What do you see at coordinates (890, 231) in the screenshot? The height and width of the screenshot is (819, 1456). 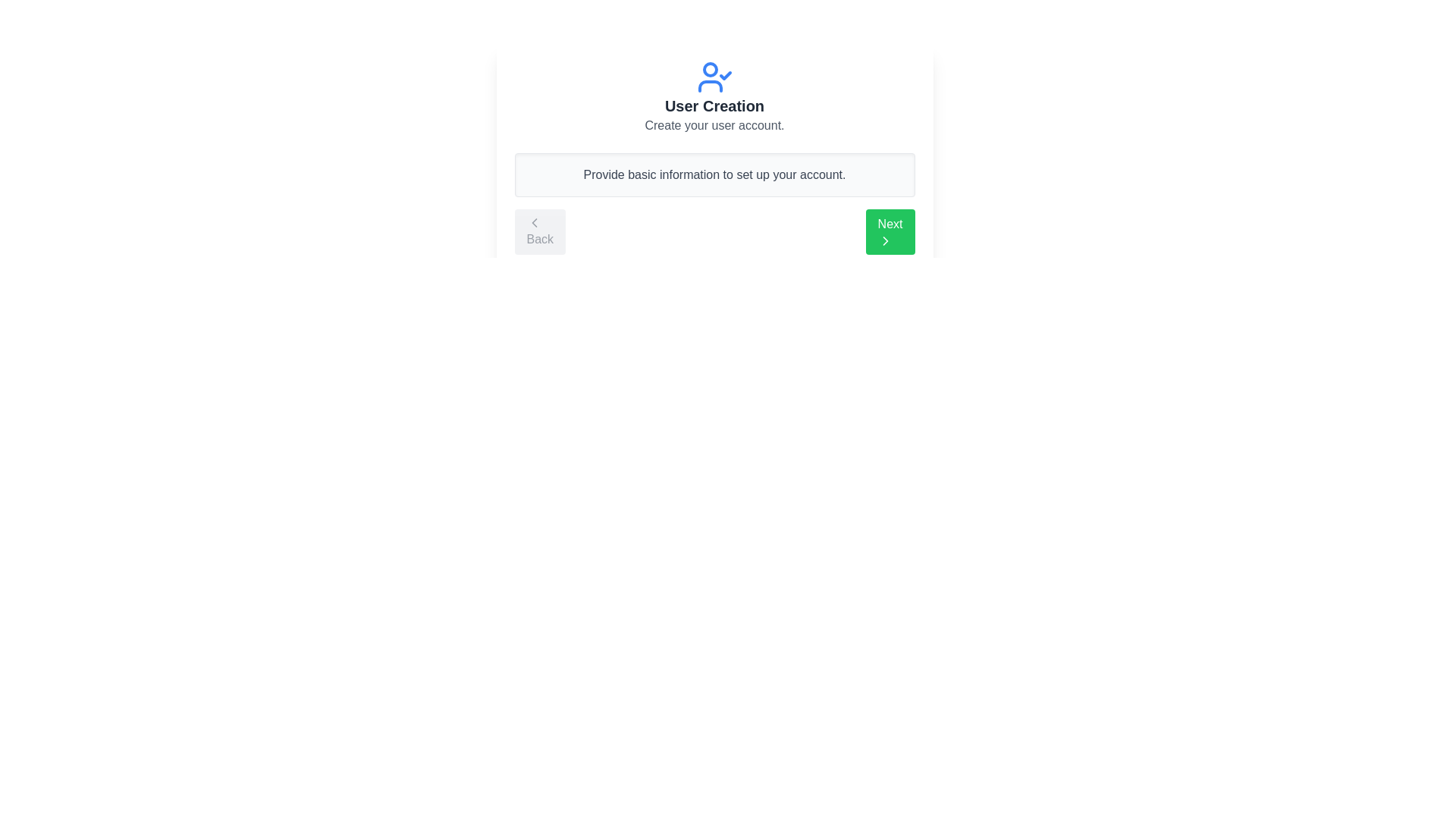 I see `the 'Next' button to navigate to the next step` at bounding box center [890, 231].